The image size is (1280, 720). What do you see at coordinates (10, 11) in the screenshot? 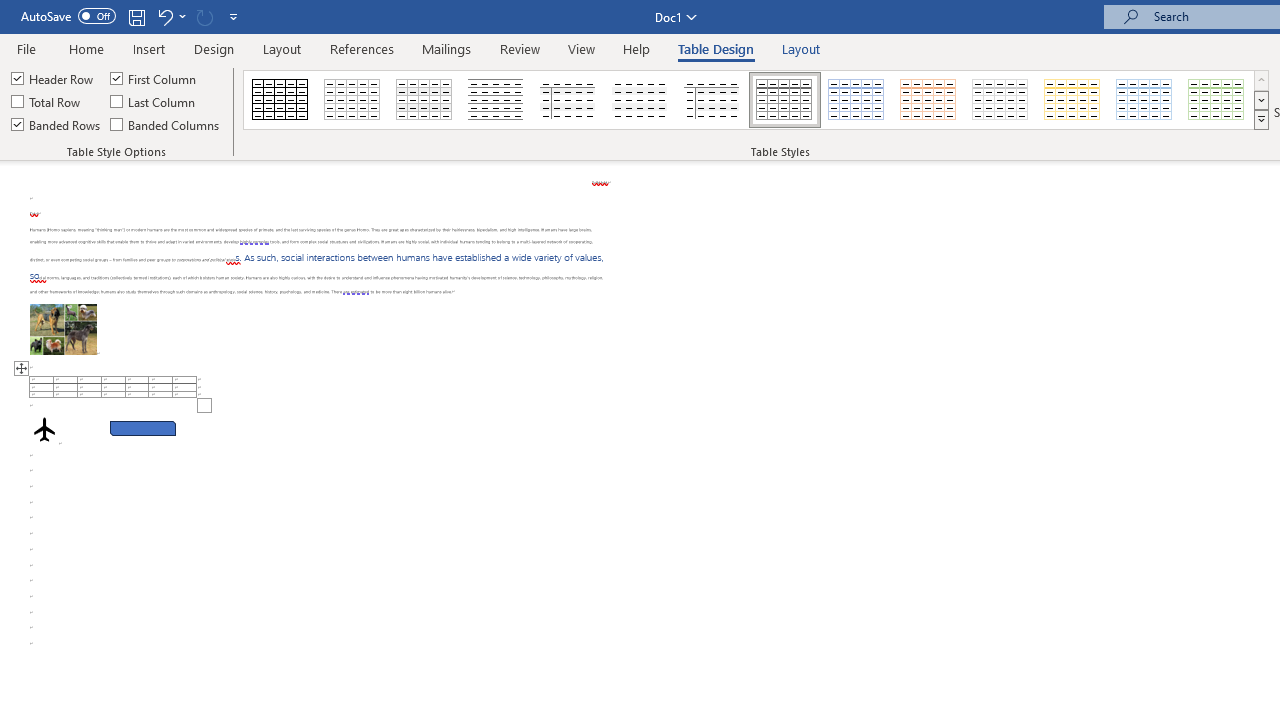
I see `'System'` at bounding box center [10, 11].